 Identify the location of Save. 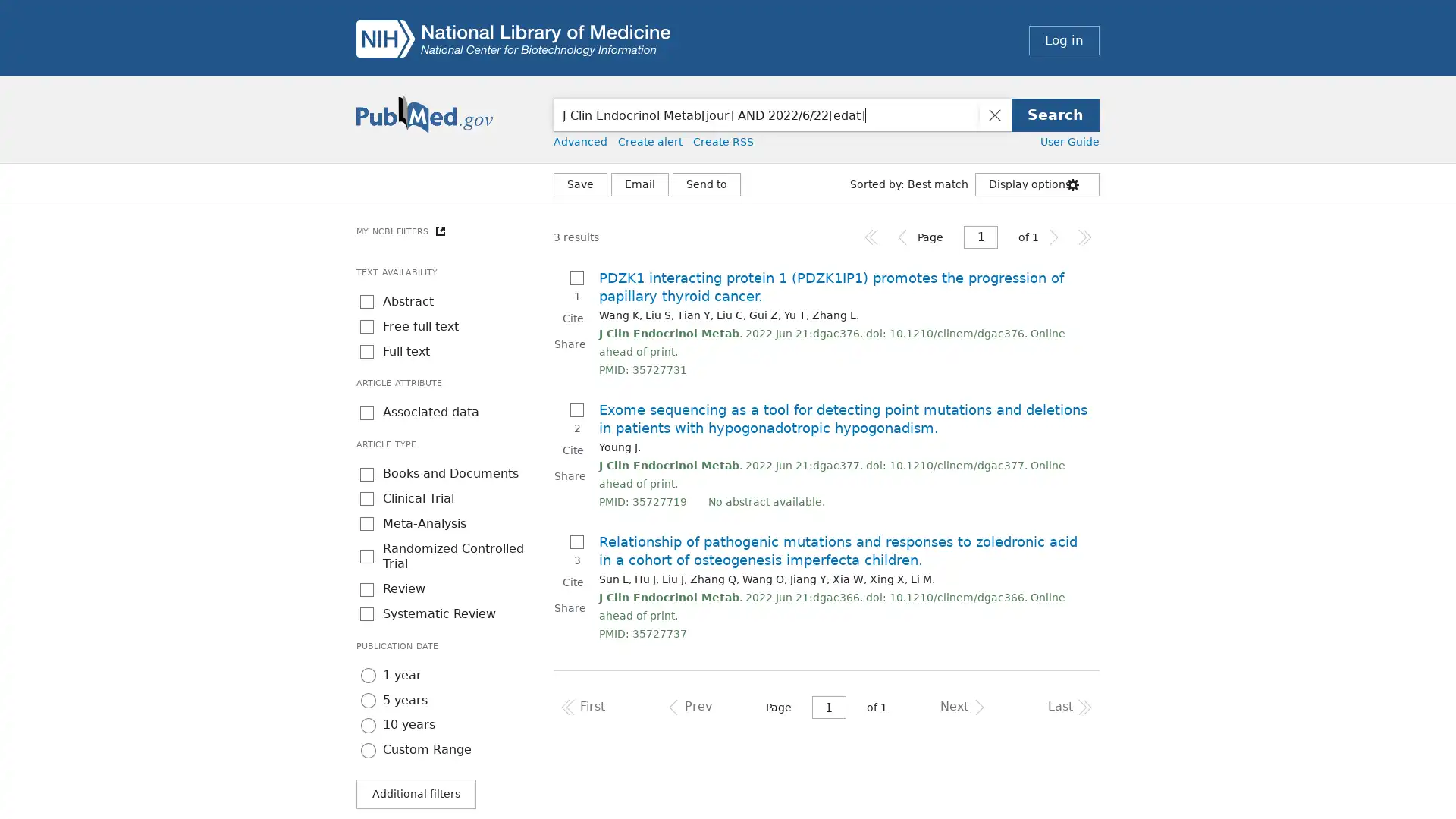
(579, 184).